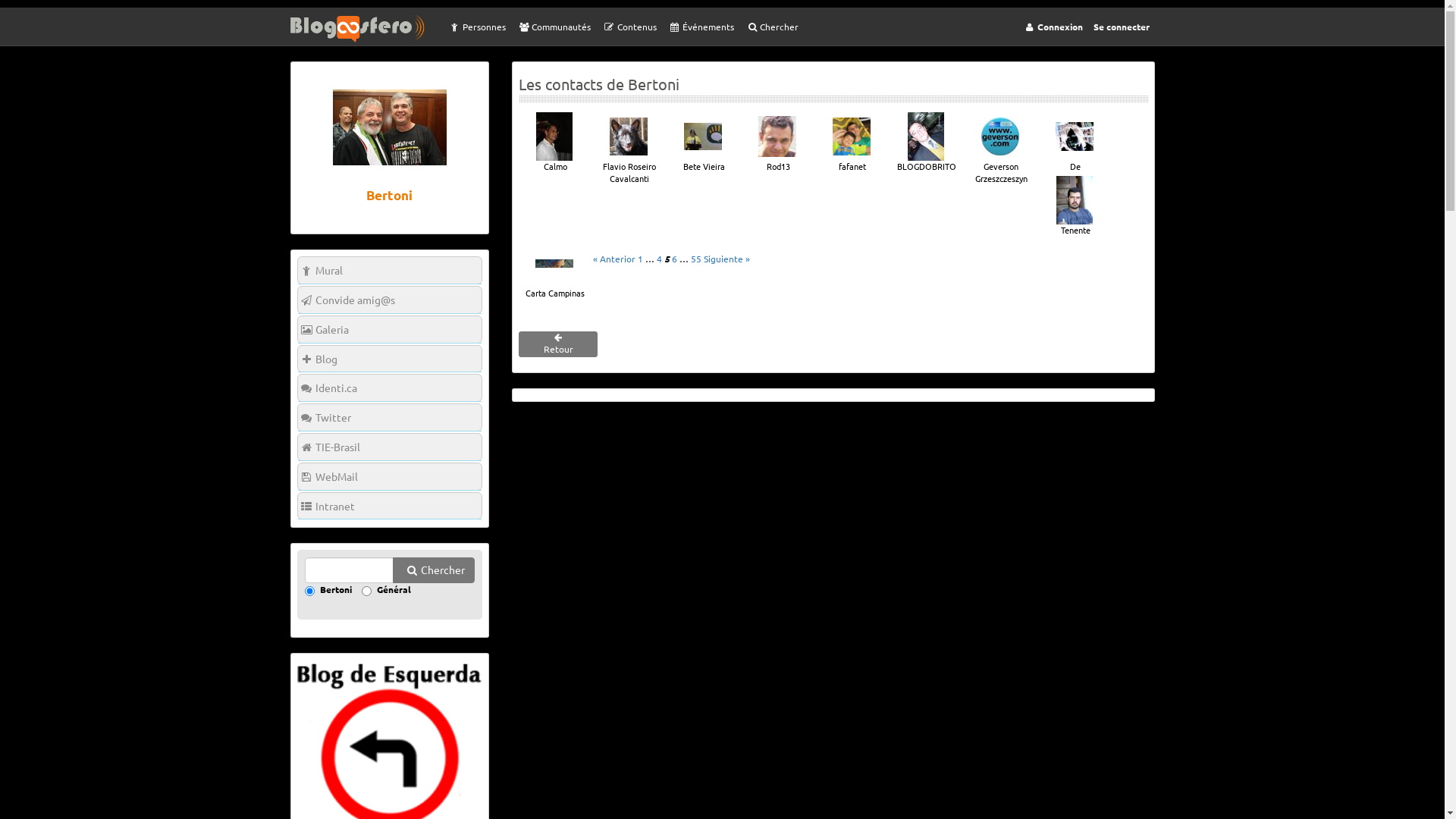 The height and width of the screenshot is (819, 1456). What do you see at coordinates (1000, 148) in the screenshot?
I see `'Geverson Grzeszczeszyn'` at bounding box center [1000, 148].